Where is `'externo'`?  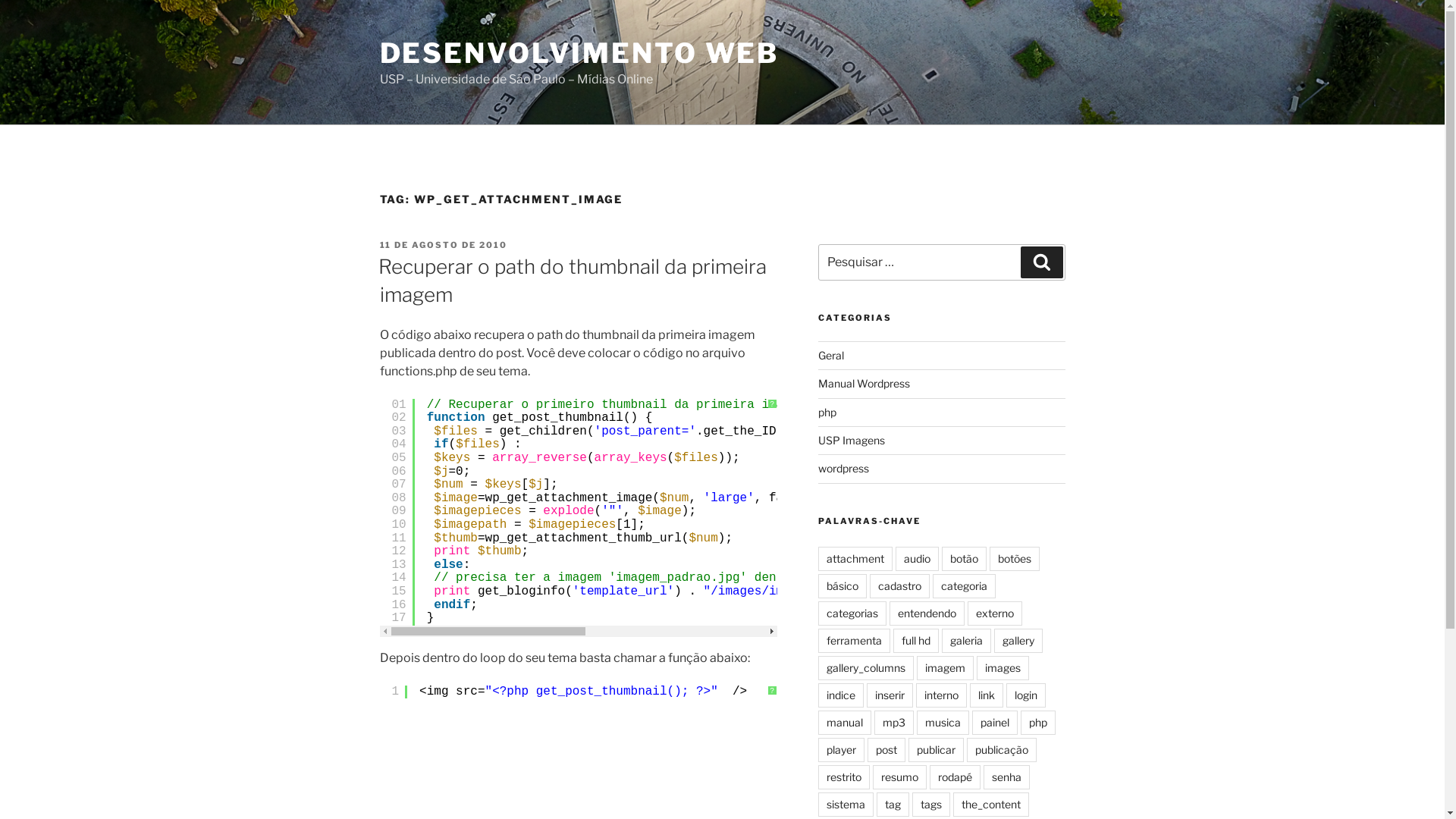 'externo' is located at coordinates (994, 613).